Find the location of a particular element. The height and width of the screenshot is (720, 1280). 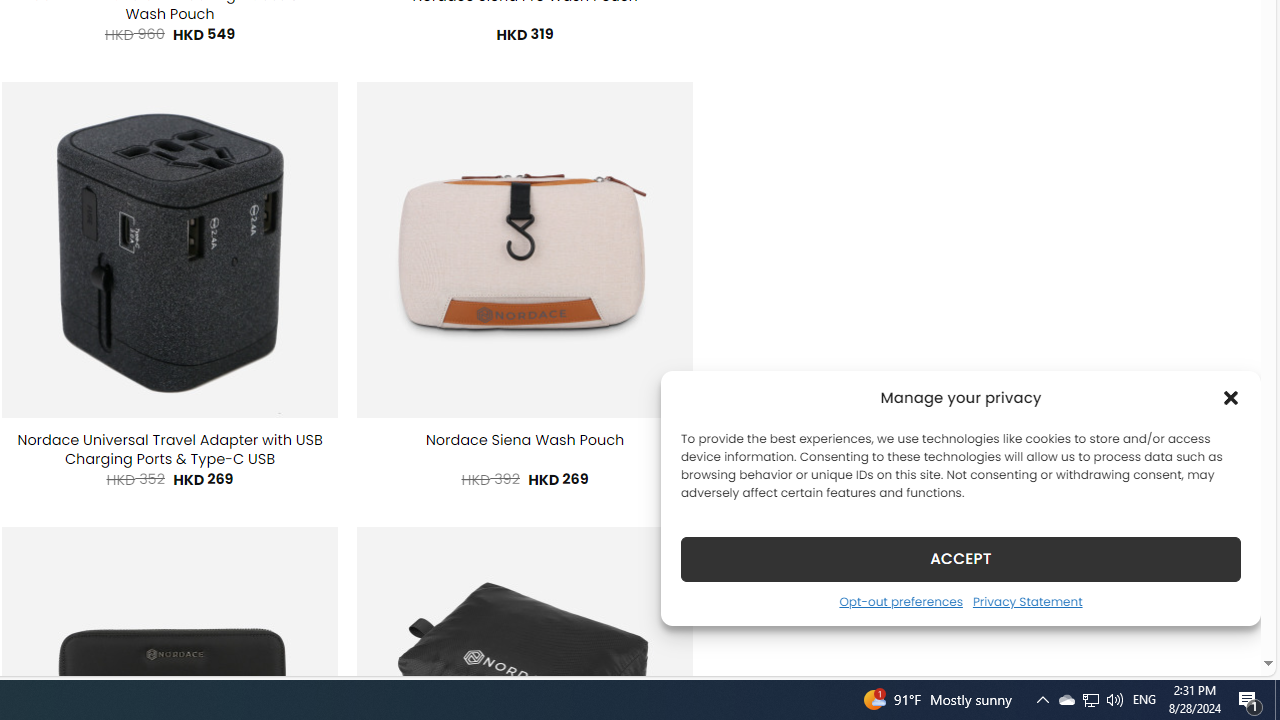

'Opt-out preferences' is located at coordinates (899, 600).